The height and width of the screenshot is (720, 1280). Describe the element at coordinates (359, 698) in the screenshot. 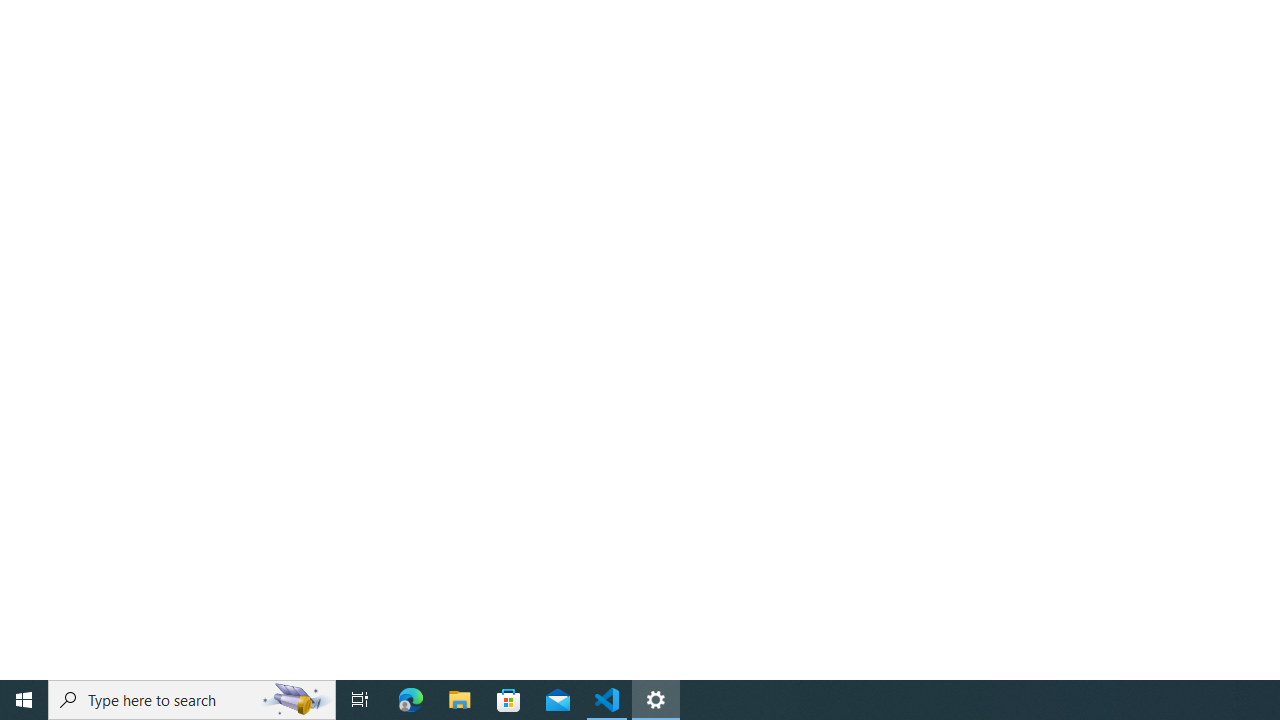

I see `'Task View'` at that location.